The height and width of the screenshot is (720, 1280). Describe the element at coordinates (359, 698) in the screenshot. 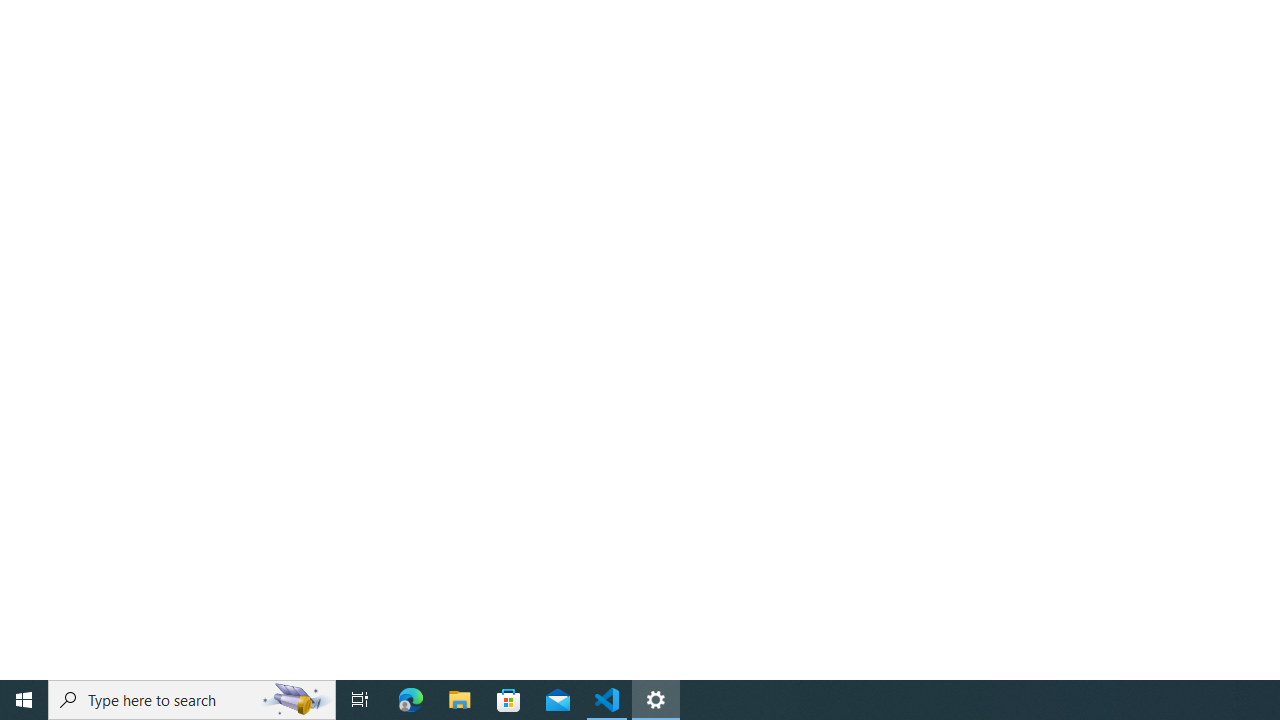

I see `'Task View'` at that location.